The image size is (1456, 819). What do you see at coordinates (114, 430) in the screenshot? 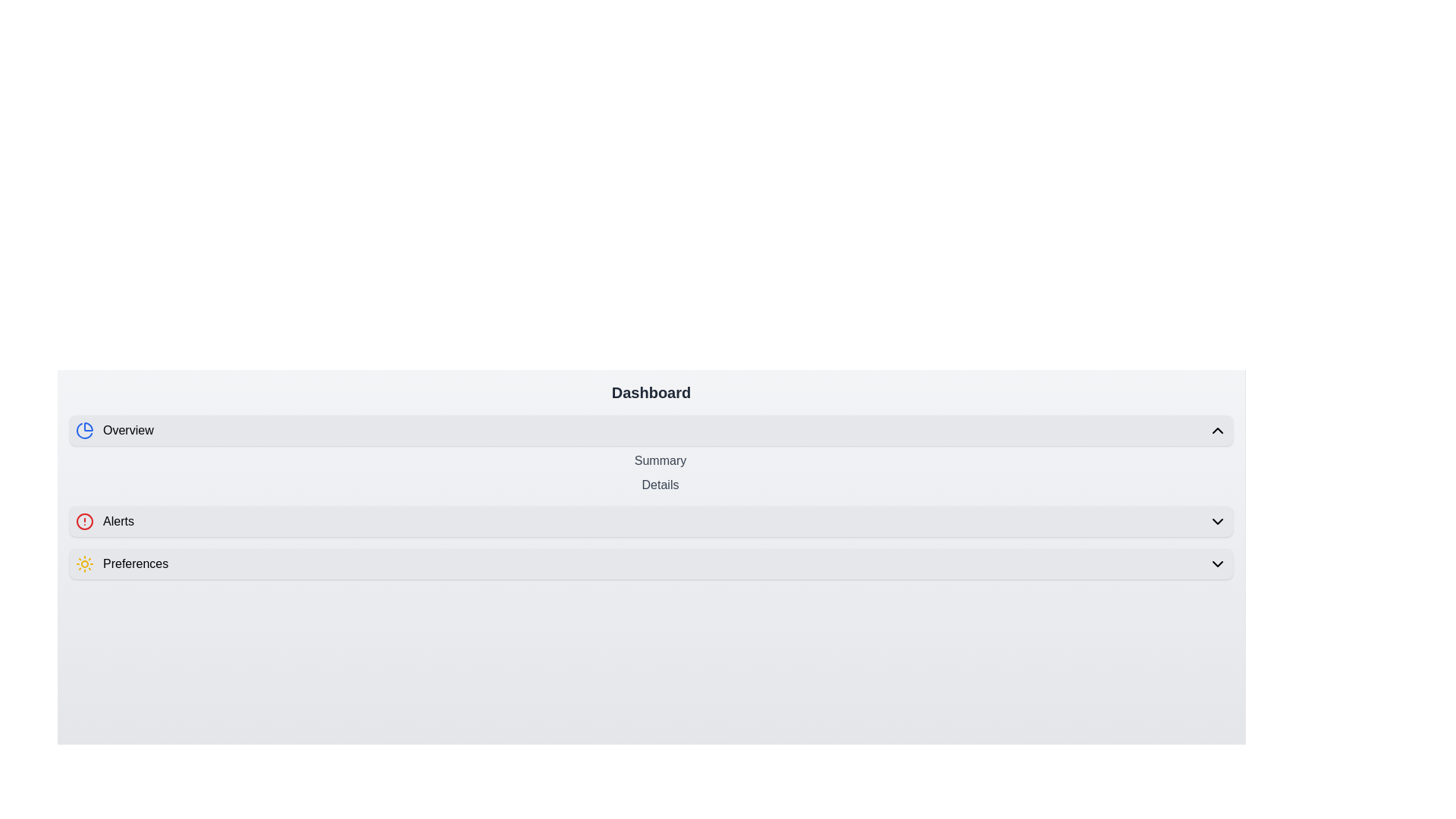
I see `the 'Overview' label, which has a blue pie chart icon on its left side` at bounding box center [114, 430].